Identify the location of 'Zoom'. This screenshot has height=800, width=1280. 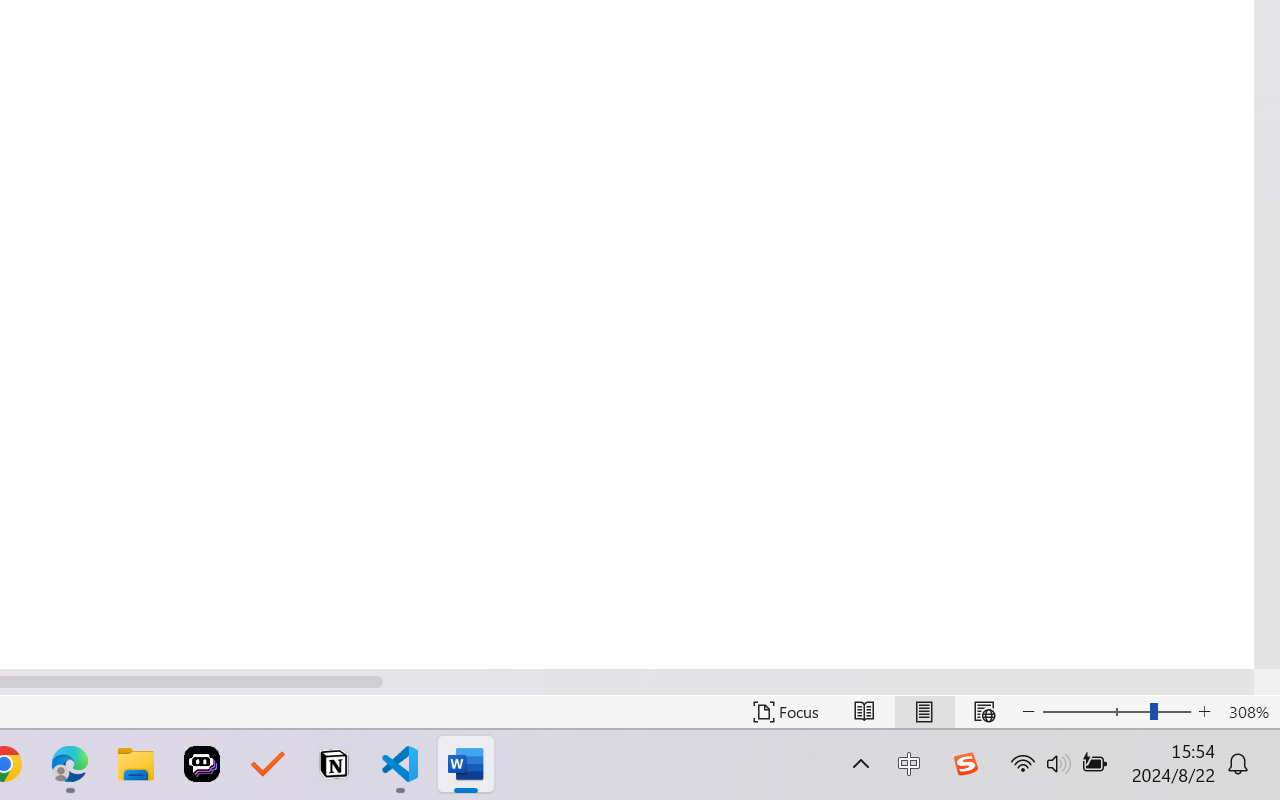
(1115, 711).